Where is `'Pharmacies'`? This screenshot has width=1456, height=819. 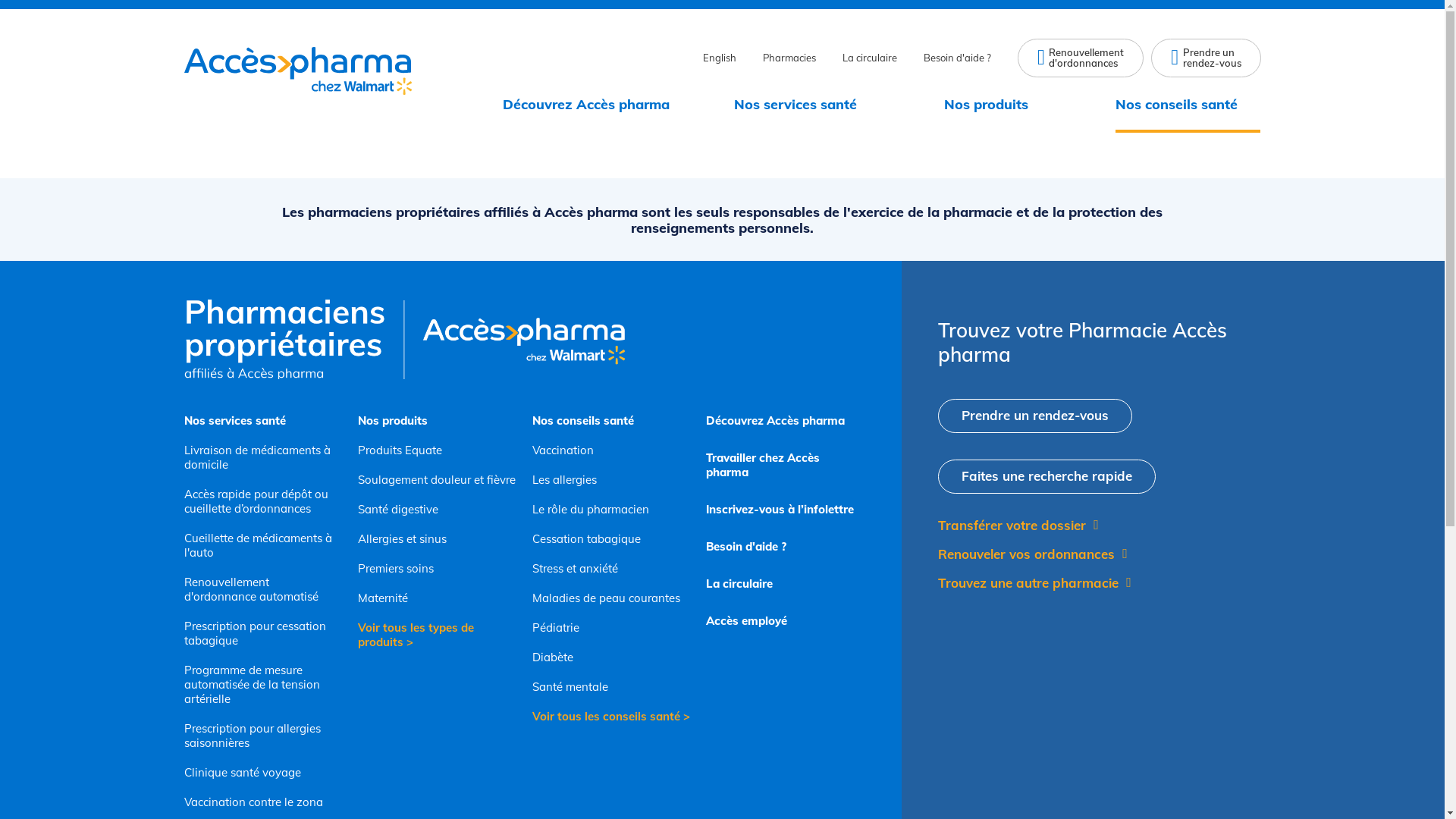
'Pharmacies' is located at coordinates (763, 57).